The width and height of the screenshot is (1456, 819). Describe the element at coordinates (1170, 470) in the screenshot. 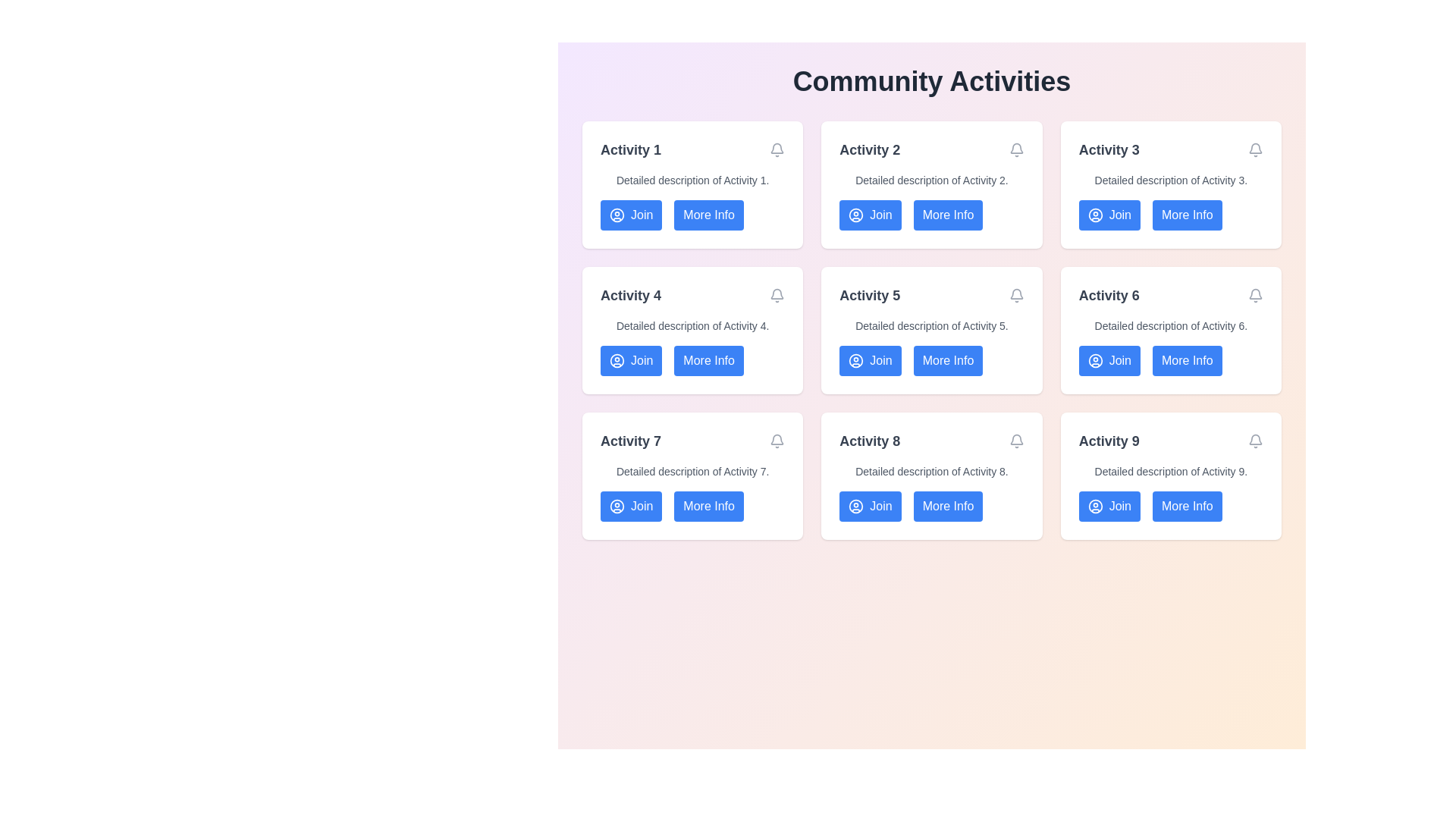

I see `the static text label providing details about 'Activity 9', located directly below its title and above the 'Join' and 'More Info' buttons` at that location.